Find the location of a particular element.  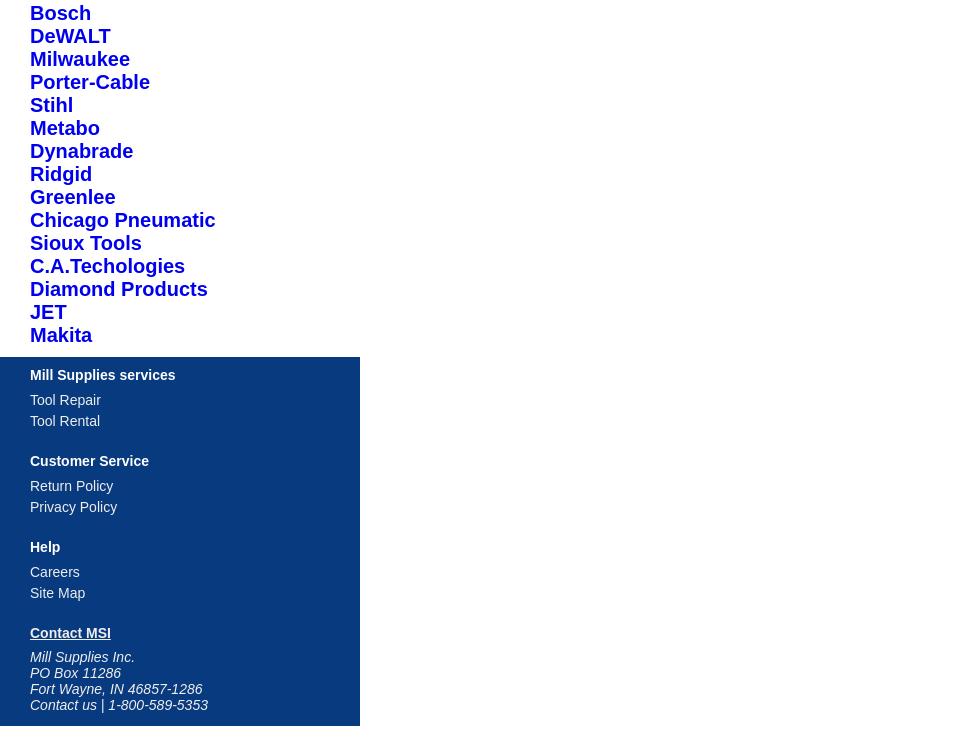

'Milwaukee' is located at coordinates (79, 57).